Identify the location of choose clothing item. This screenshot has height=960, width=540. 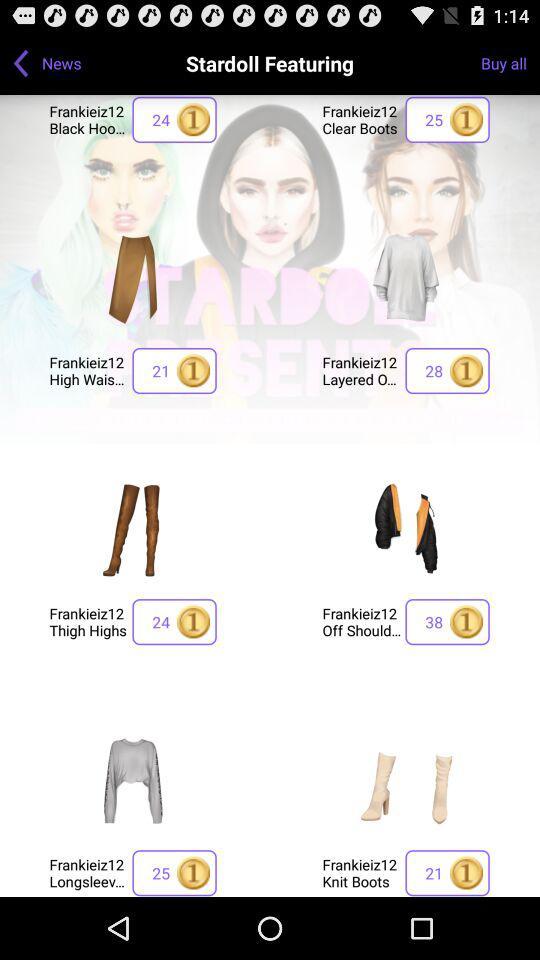
(405, 779).